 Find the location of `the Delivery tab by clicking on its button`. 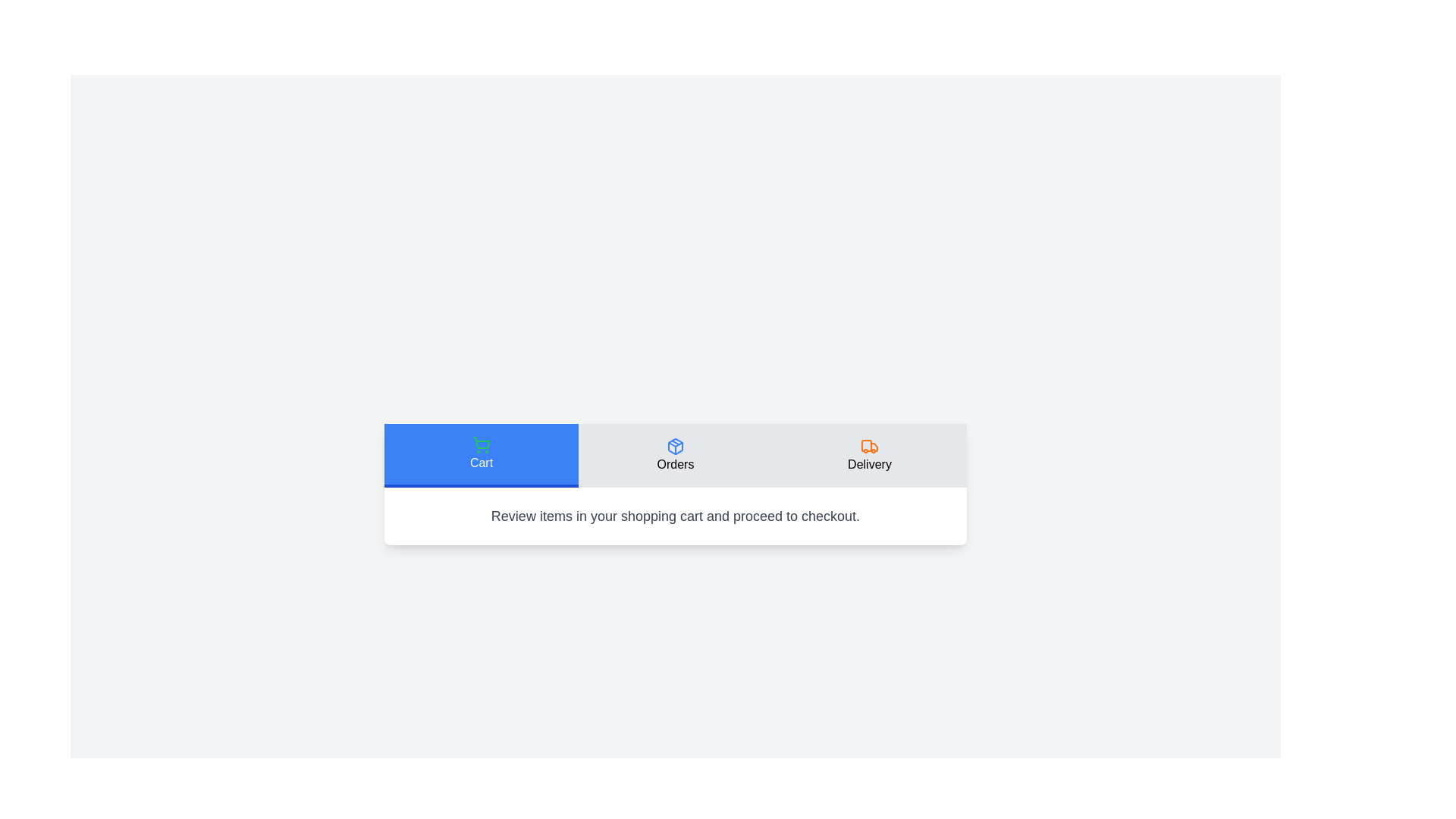

the Delivery tab by clicking on its button is located at coordinates (870, 455).